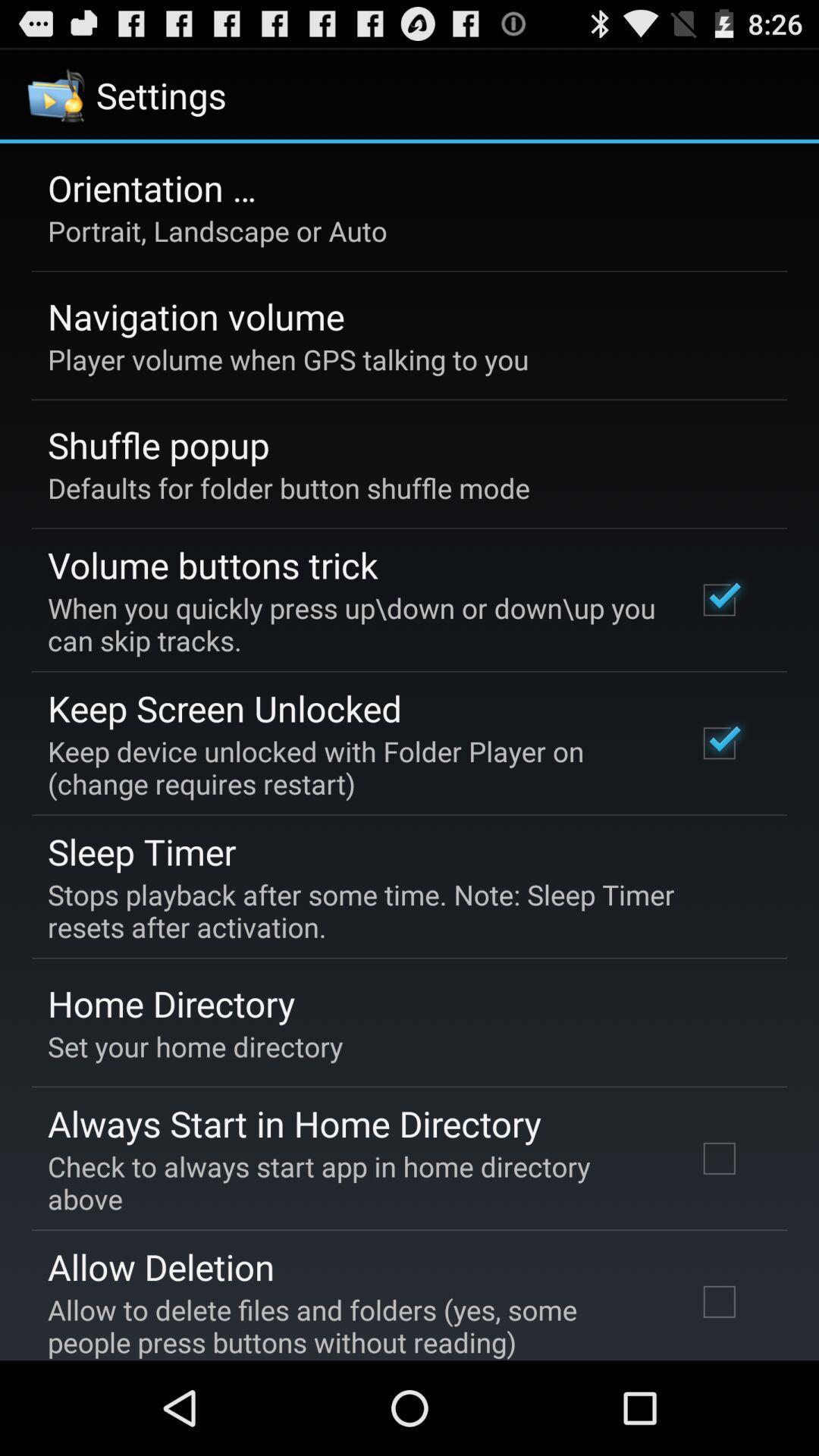 This screenshot has width=819, height=1456. I want to click on icon below the allow deletion app, so click(351, 1325).